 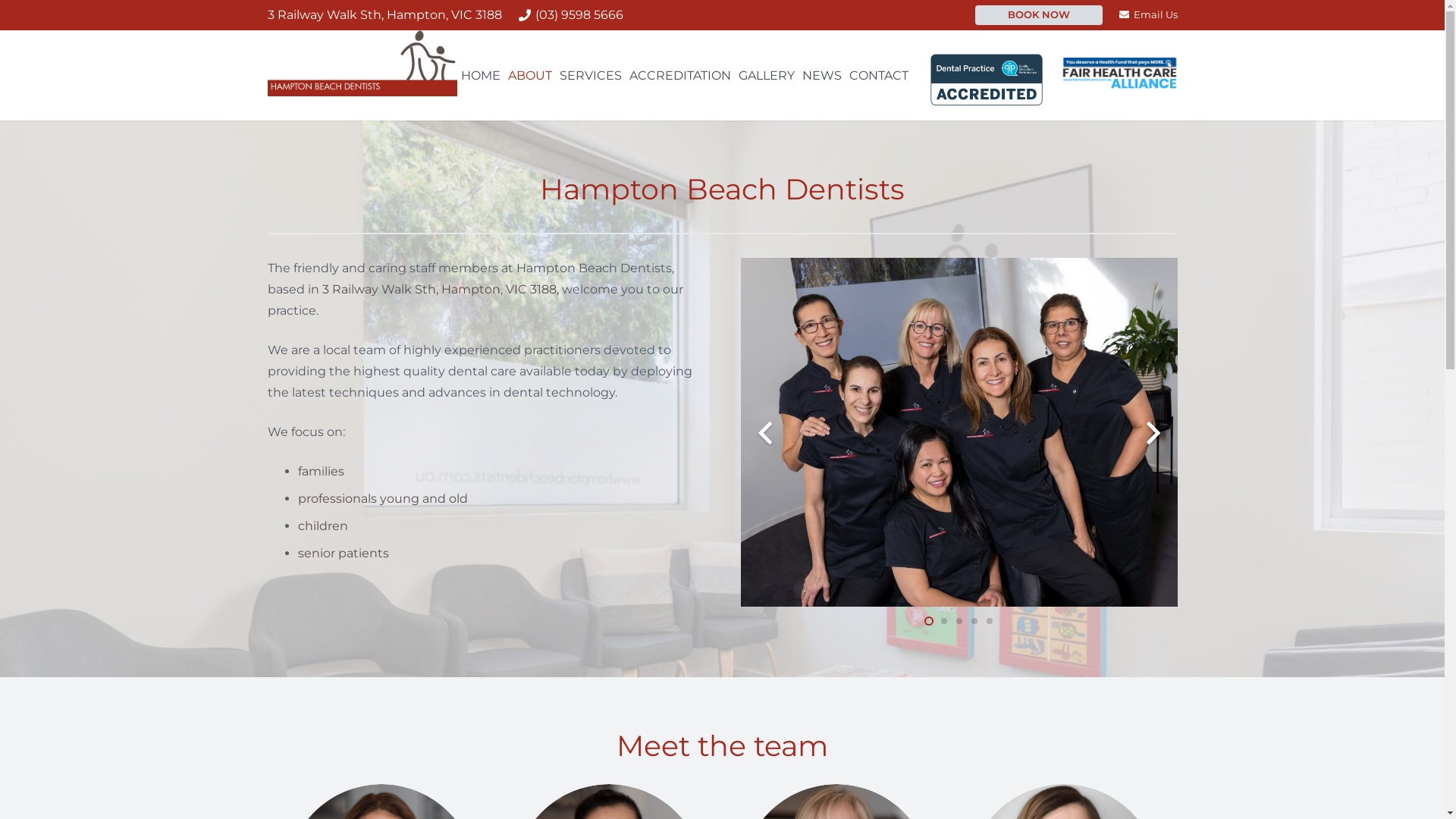 I want to click on 'BOOK NOW', so click(x=1037, y=14).